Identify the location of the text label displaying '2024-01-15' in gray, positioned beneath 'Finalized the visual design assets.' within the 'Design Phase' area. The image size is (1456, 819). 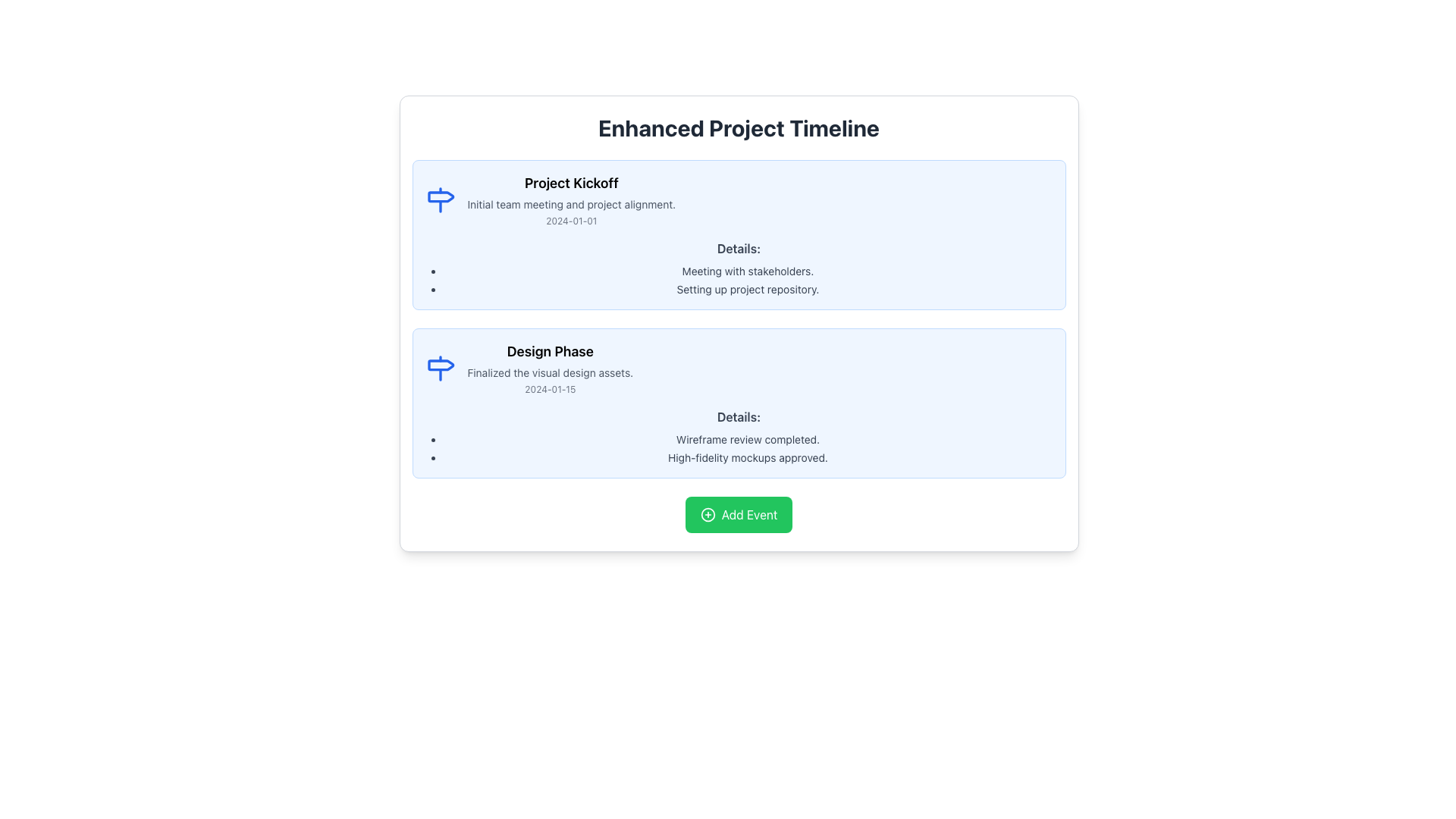
(549, 388).